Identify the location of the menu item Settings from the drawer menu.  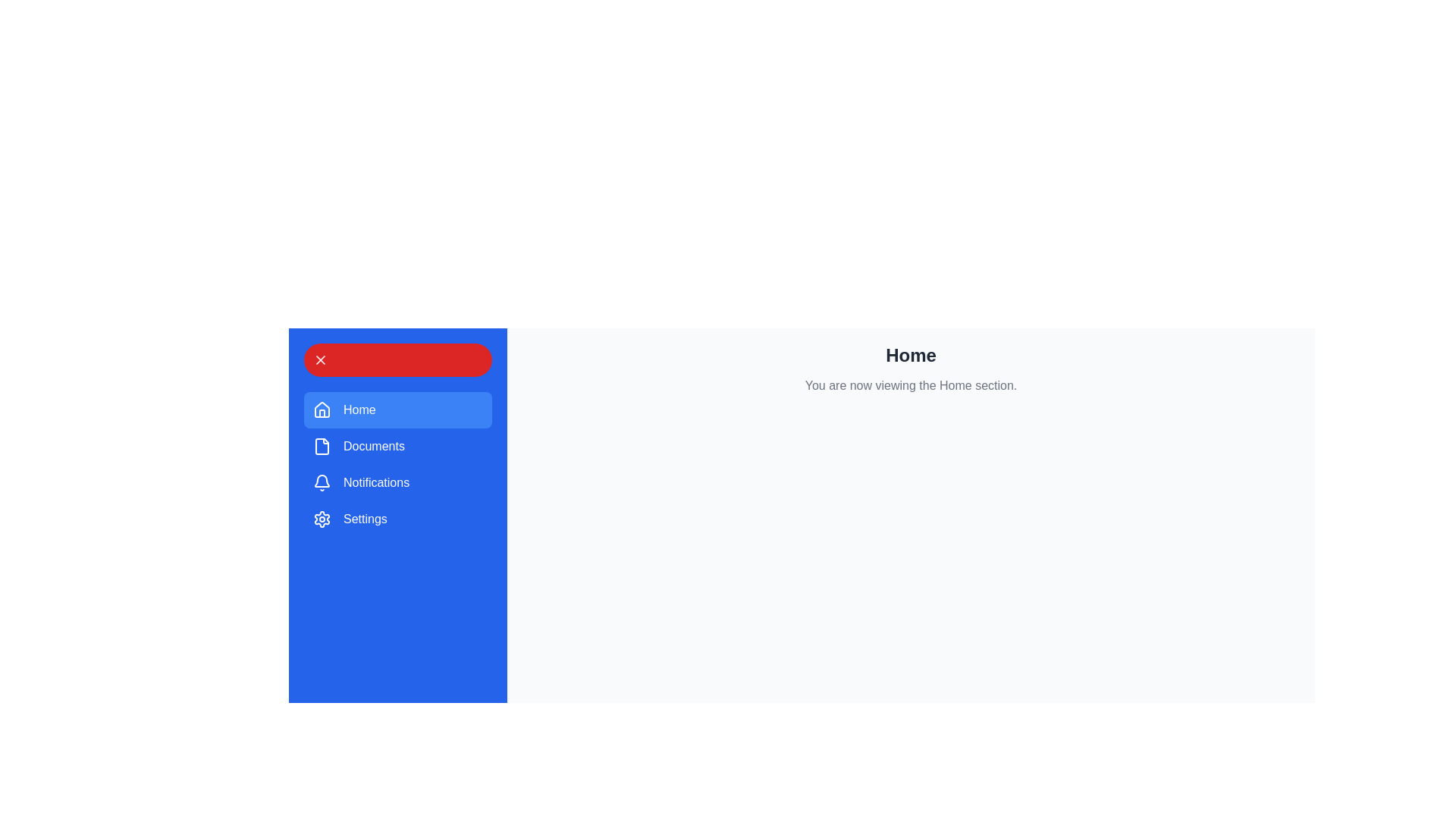
(397, 519).